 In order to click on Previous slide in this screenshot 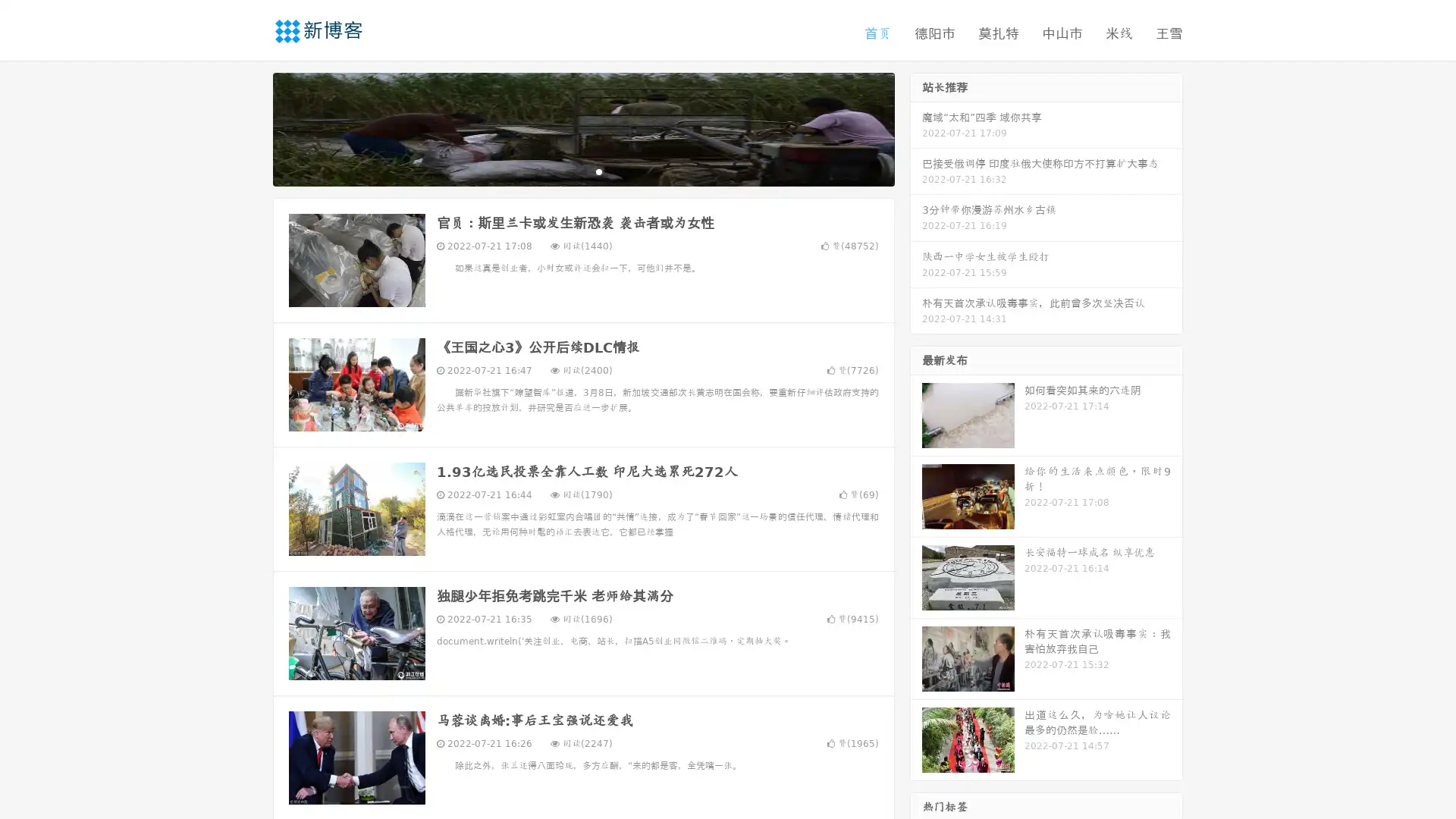, I will do `click(250, 127)`.